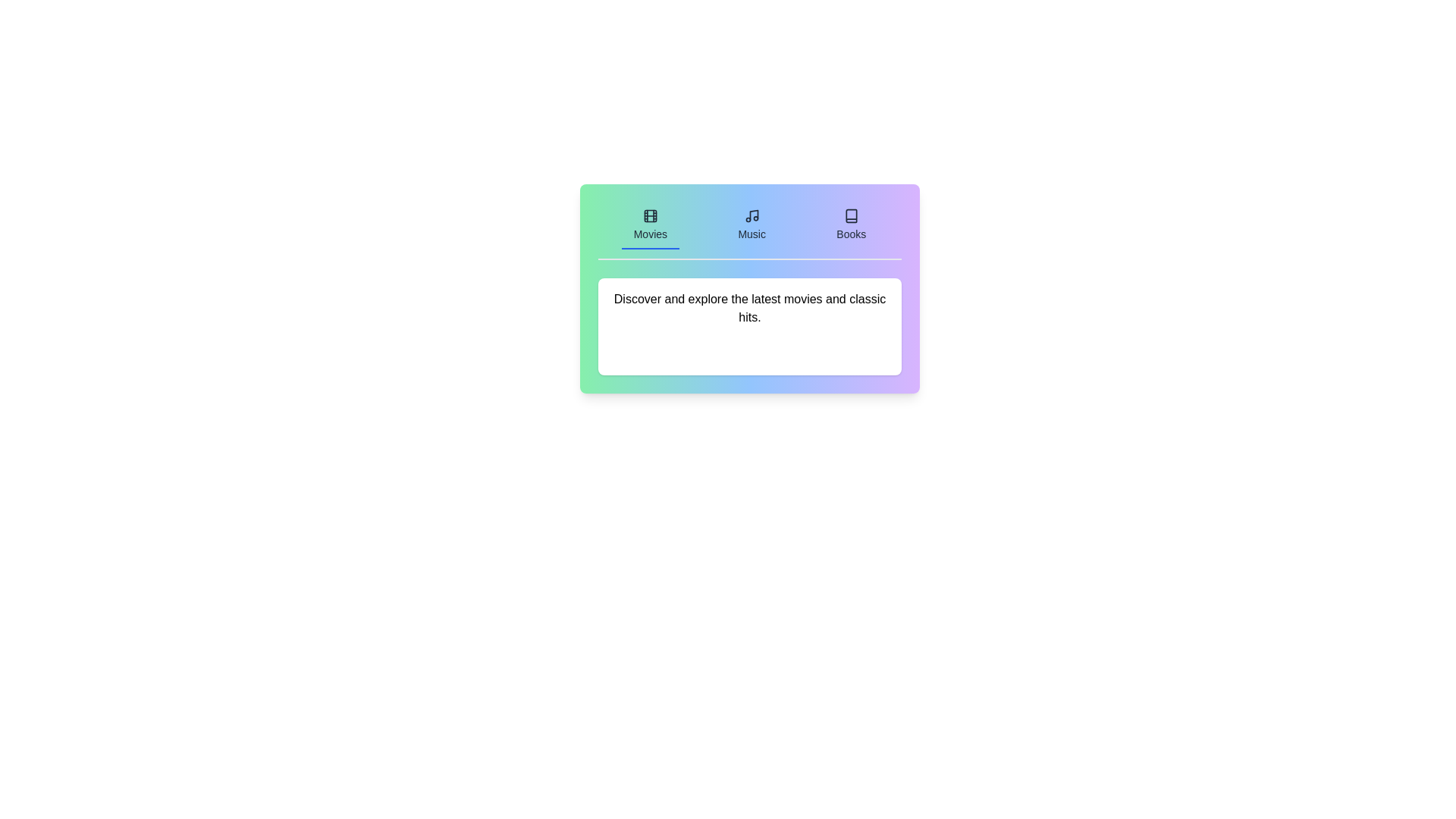 This screenshot has width=1456, height=819. Describe the element at coordinates (650, 225) in the screenshot. I see `the Movies tab to display its content` at that location.